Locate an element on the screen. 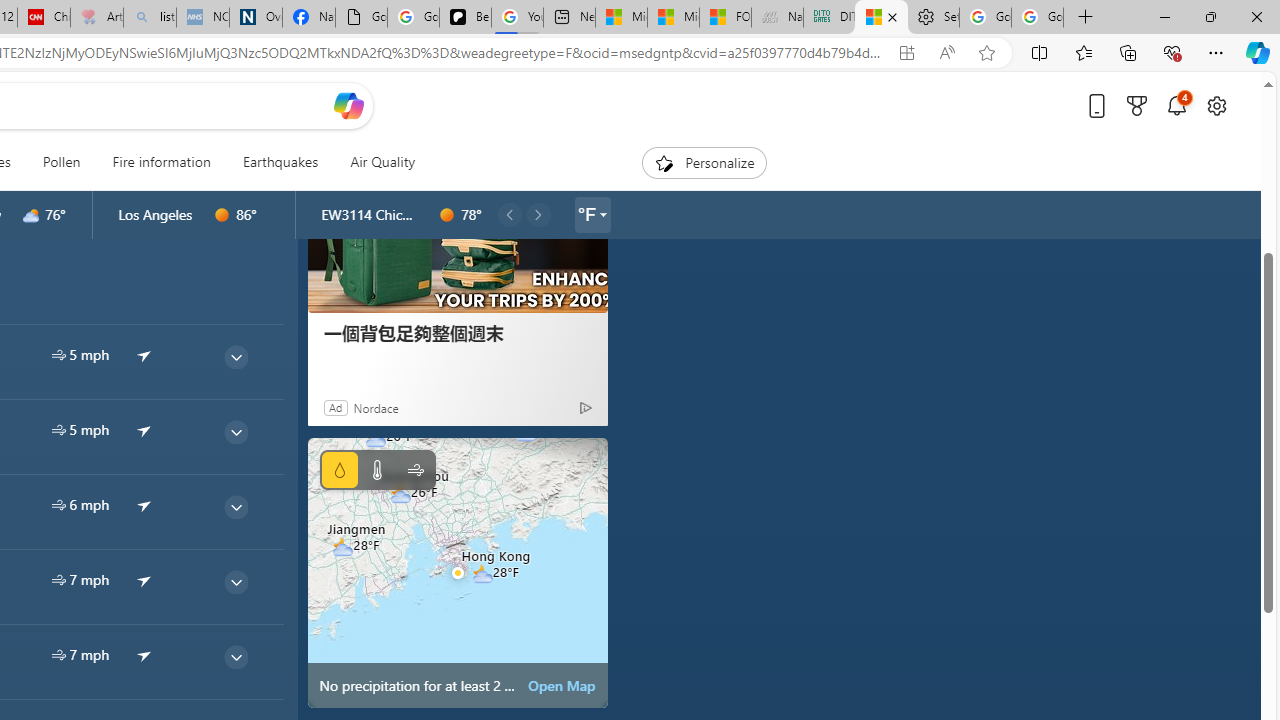 The image size is (1280, 720). 'Arthritis: Ask Health Professionals - Sleeping' is located at coordinates (95, 17).